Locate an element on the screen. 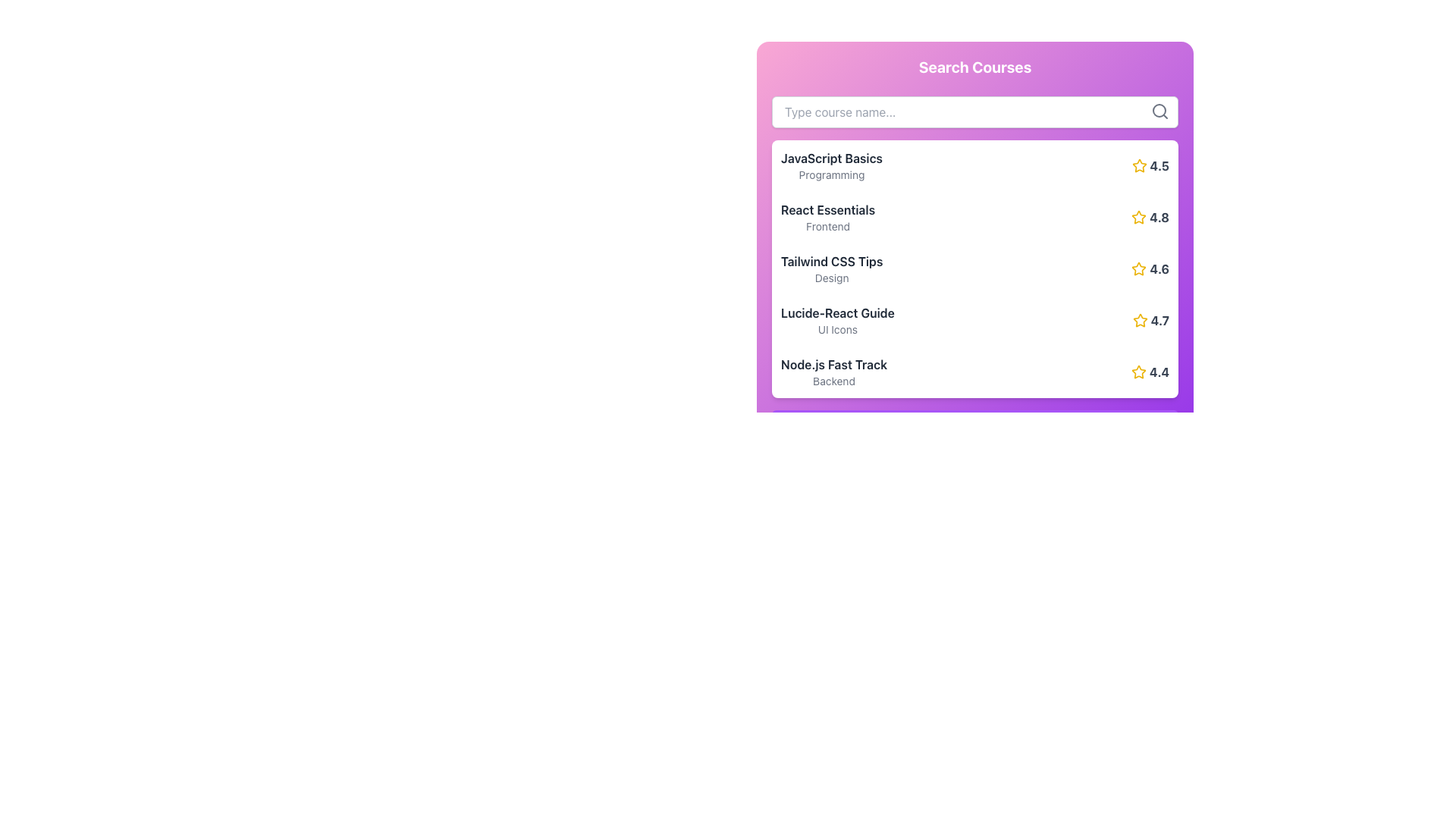 The height and width of the screenshot is (819, 1456). the star icon with a yellow outline, indicating a rating of 4.4, located in the bottom-right corner of the card area to interact with its rating functionality is located at coordinates (1138, 372).